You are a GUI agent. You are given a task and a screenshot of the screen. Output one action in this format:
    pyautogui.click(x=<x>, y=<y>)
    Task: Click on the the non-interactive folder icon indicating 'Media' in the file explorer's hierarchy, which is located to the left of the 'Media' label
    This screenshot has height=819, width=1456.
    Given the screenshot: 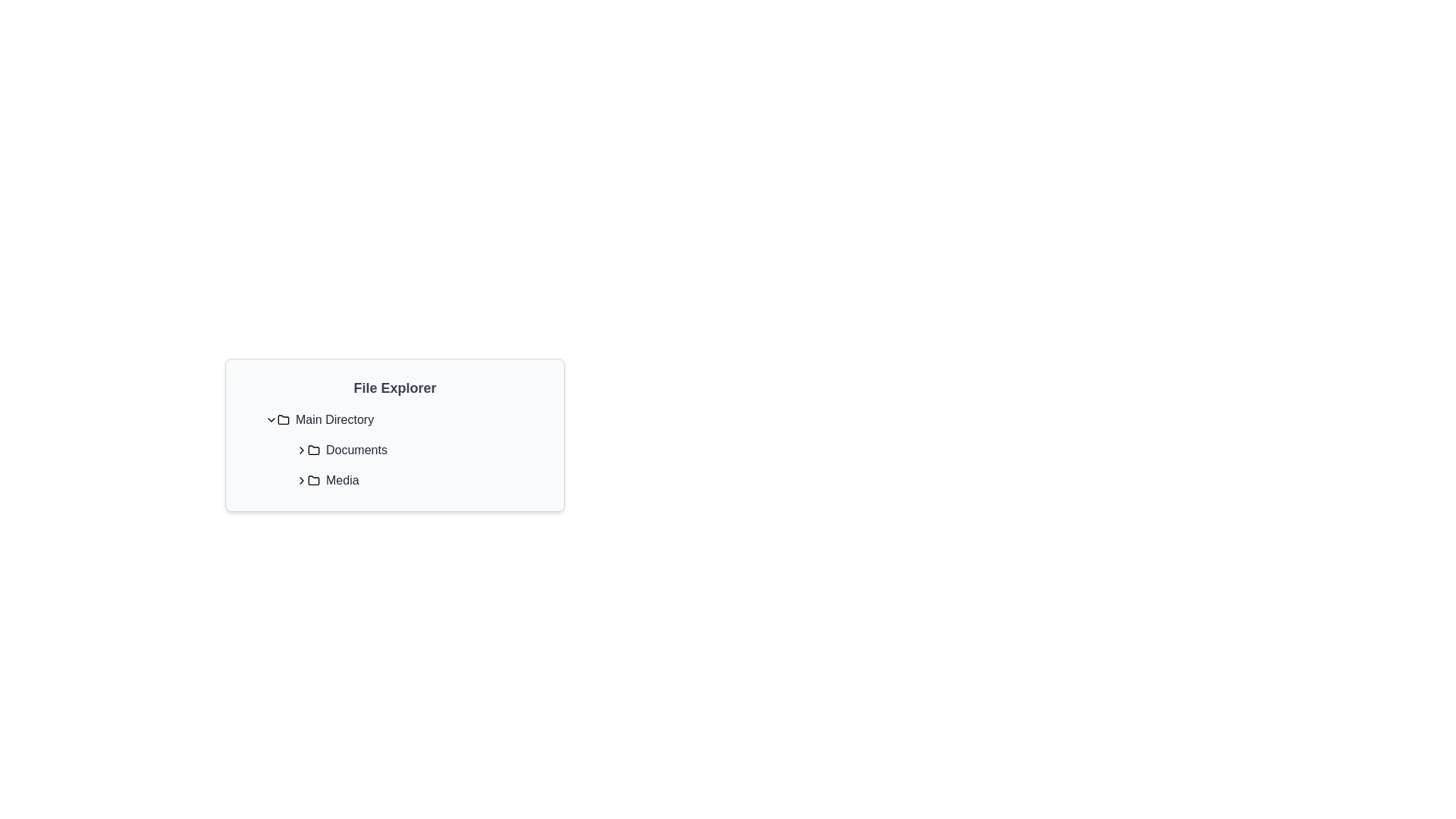 What is the action you would take?
    pyautogui.click(x=312, y=480)
    